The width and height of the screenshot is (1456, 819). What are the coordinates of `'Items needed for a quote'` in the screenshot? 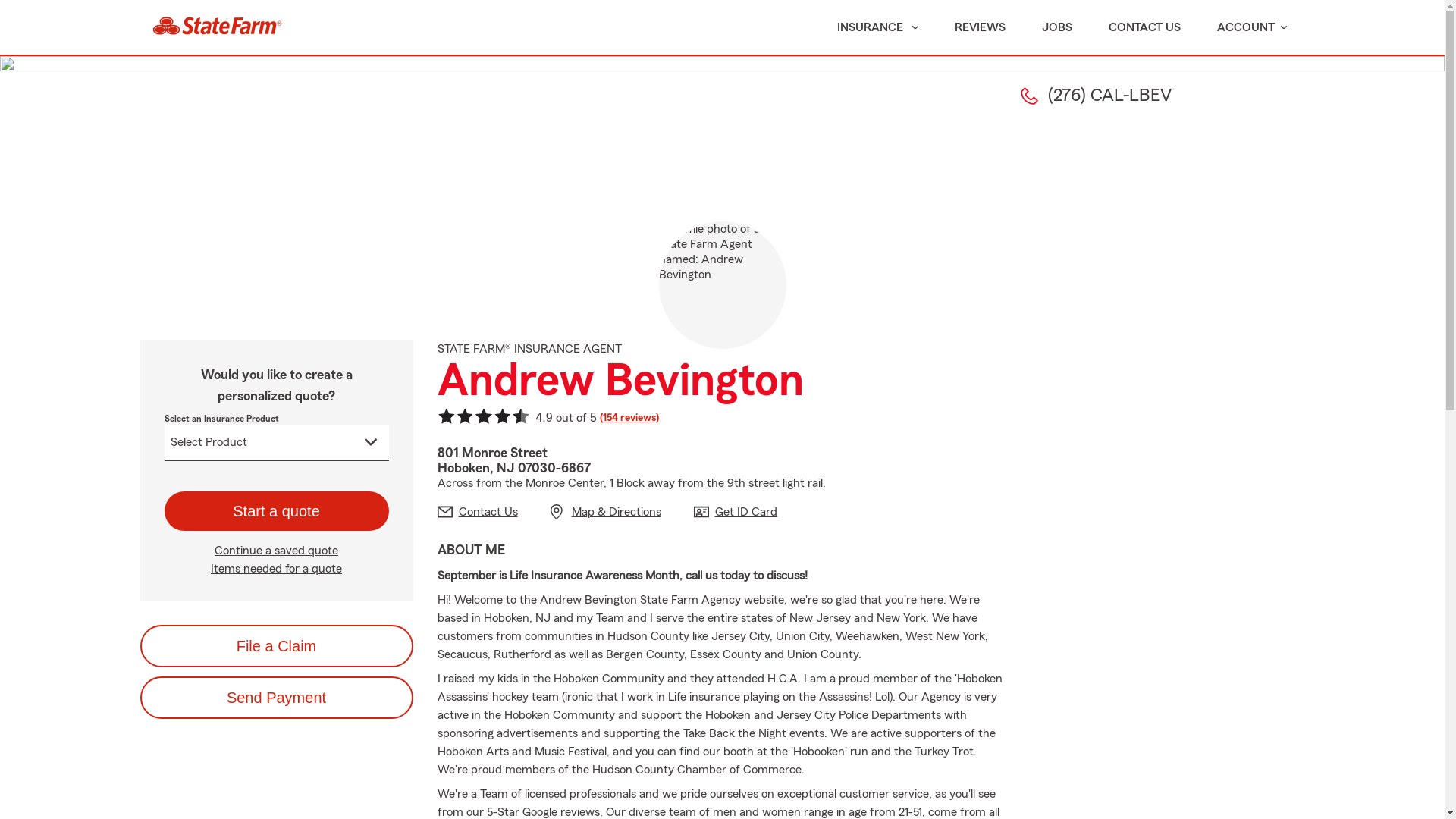 It's located at (276, 568).